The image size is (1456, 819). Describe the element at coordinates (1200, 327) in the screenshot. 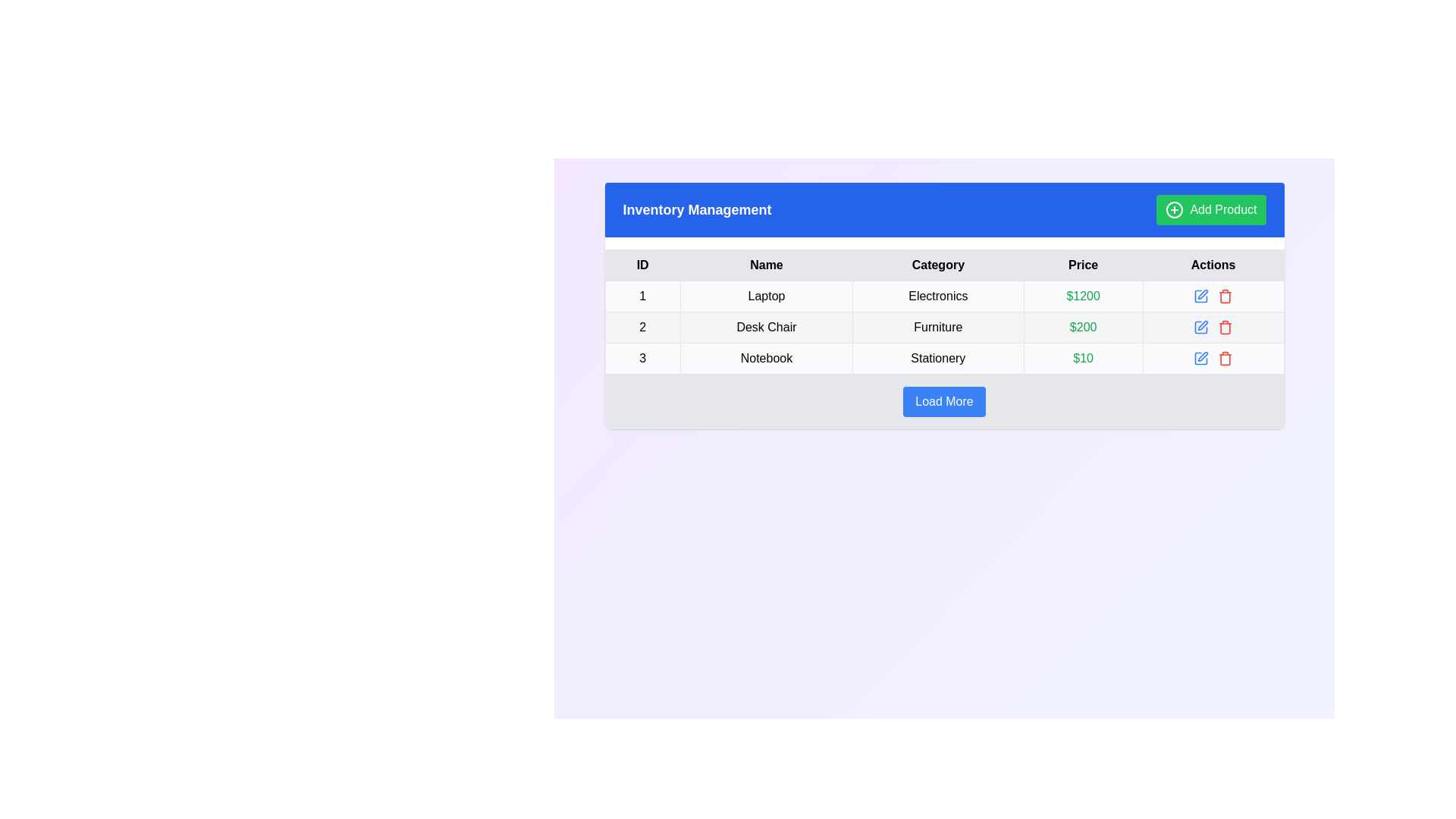

I see `the 'Edit' icon located in the 'Actions' column of the second row under the 'Furniture $200' entry to allow modification of the item's details` at that location.